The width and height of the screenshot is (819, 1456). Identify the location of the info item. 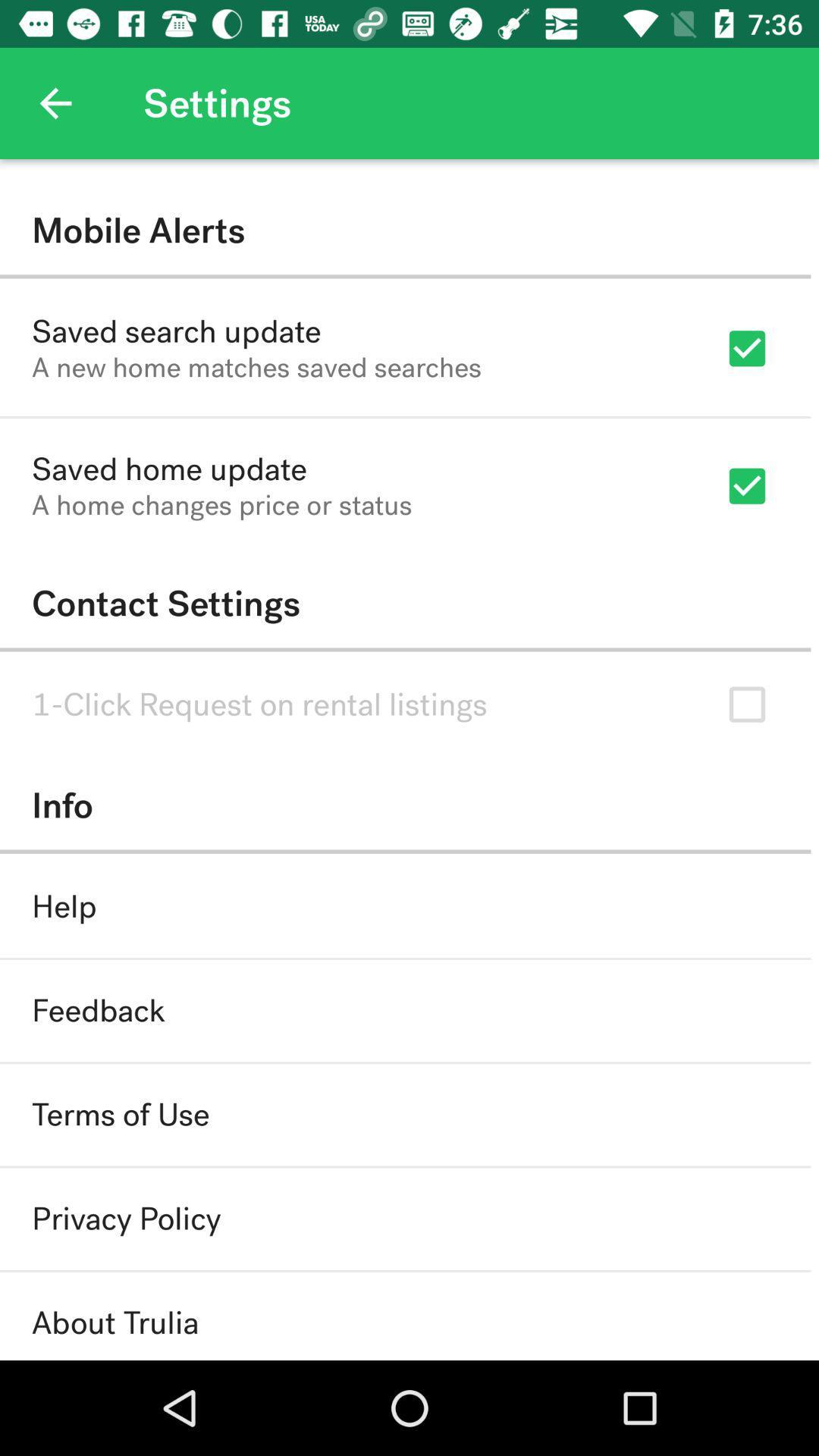
(404, 805).